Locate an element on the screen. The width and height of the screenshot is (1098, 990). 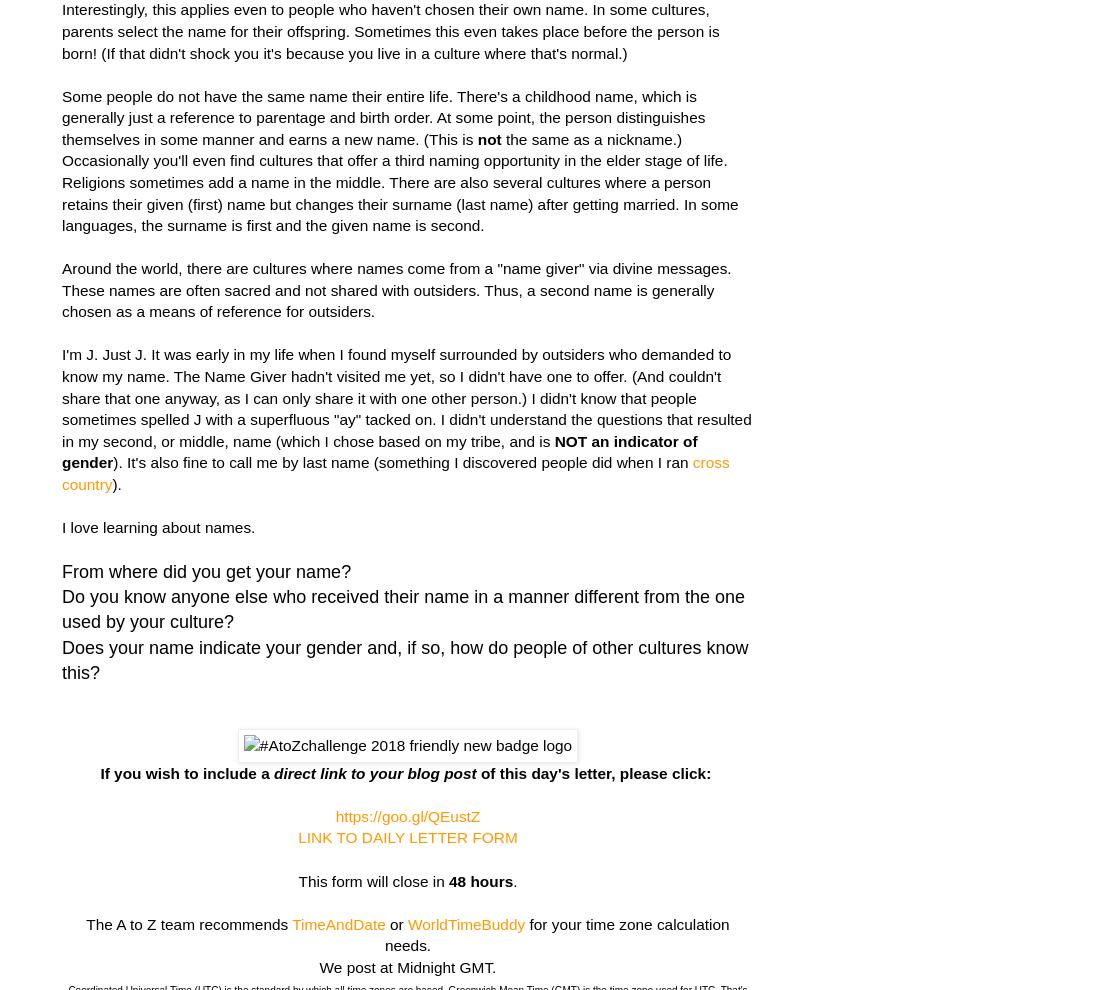
').' is located at coordinates (116, 483).